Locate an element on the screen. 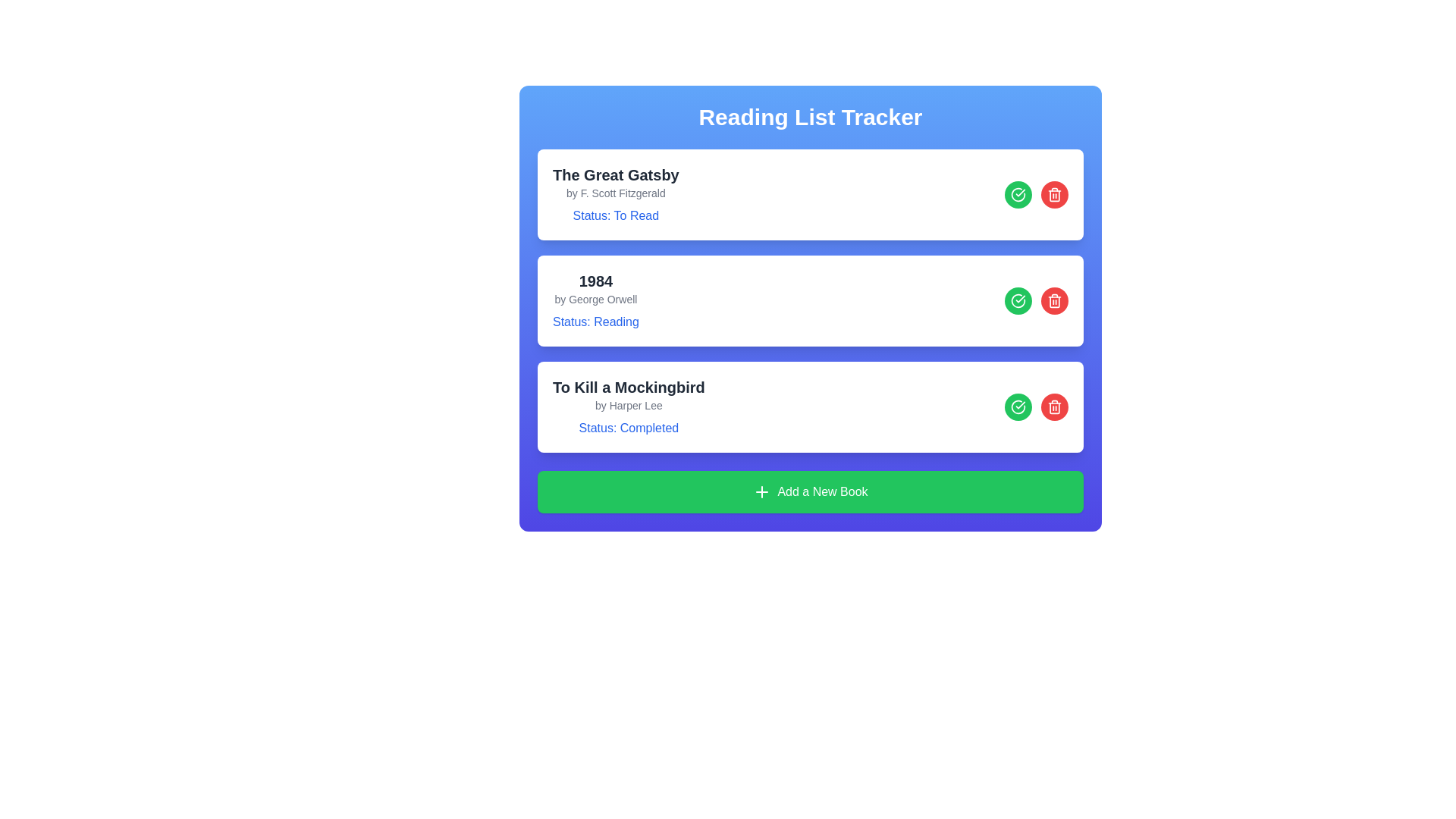  the horizontally wide green button labeled 'Add a New Book' with a plus icon is located at coordinates (810, 491).